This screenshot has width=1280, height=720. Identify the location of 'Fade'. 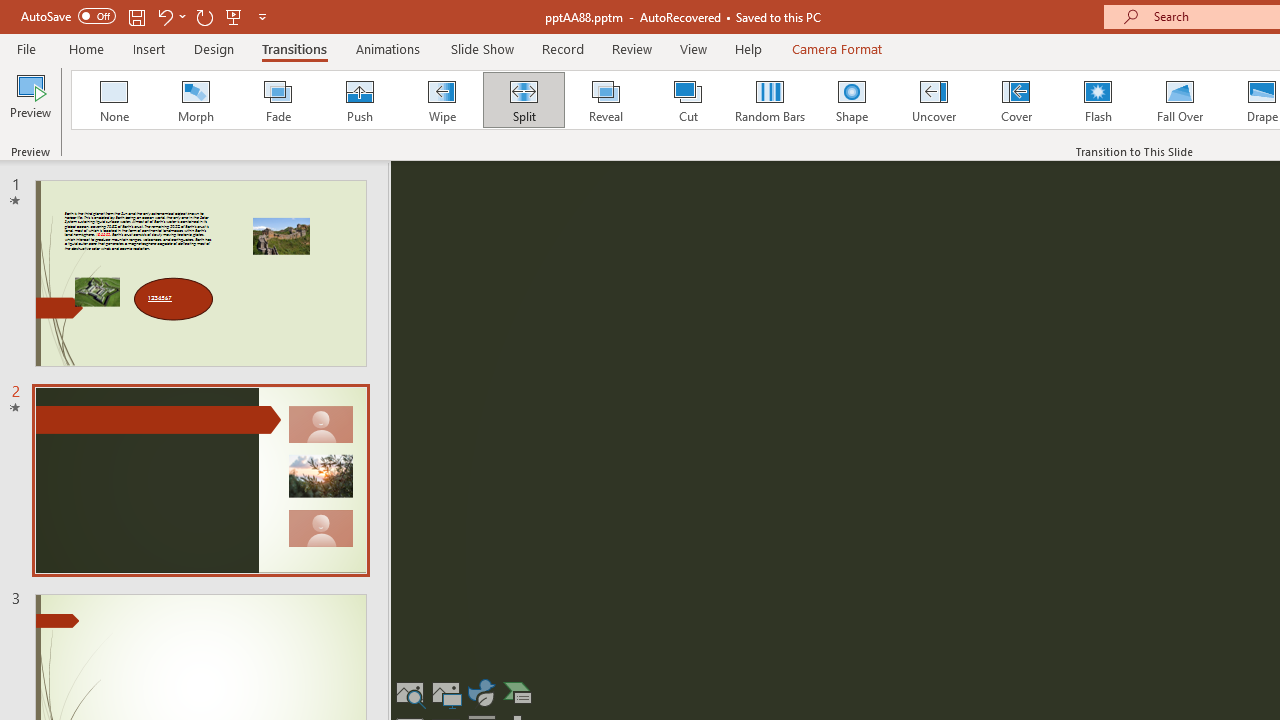
(276, 100).